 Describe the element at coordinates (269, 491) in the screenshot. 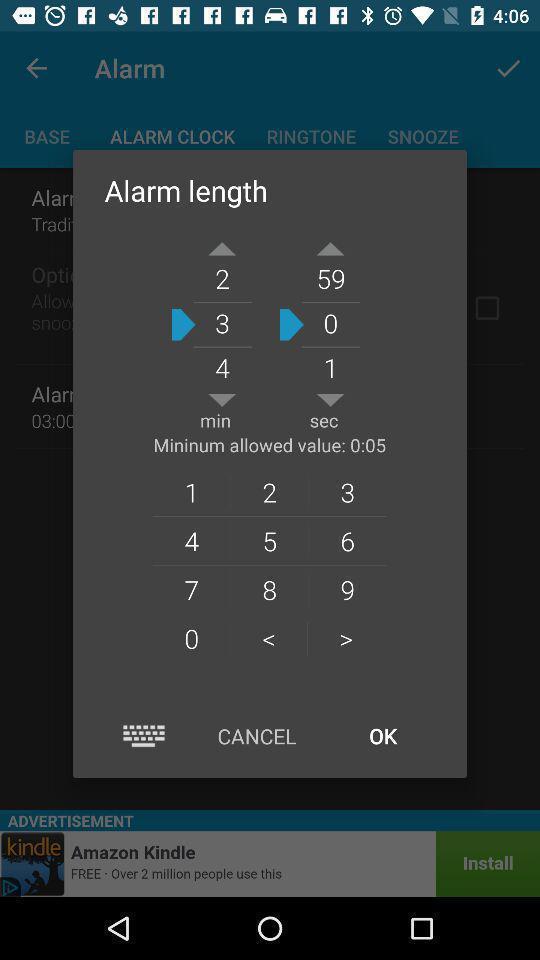

I see `the item next to 1 item` at that location.